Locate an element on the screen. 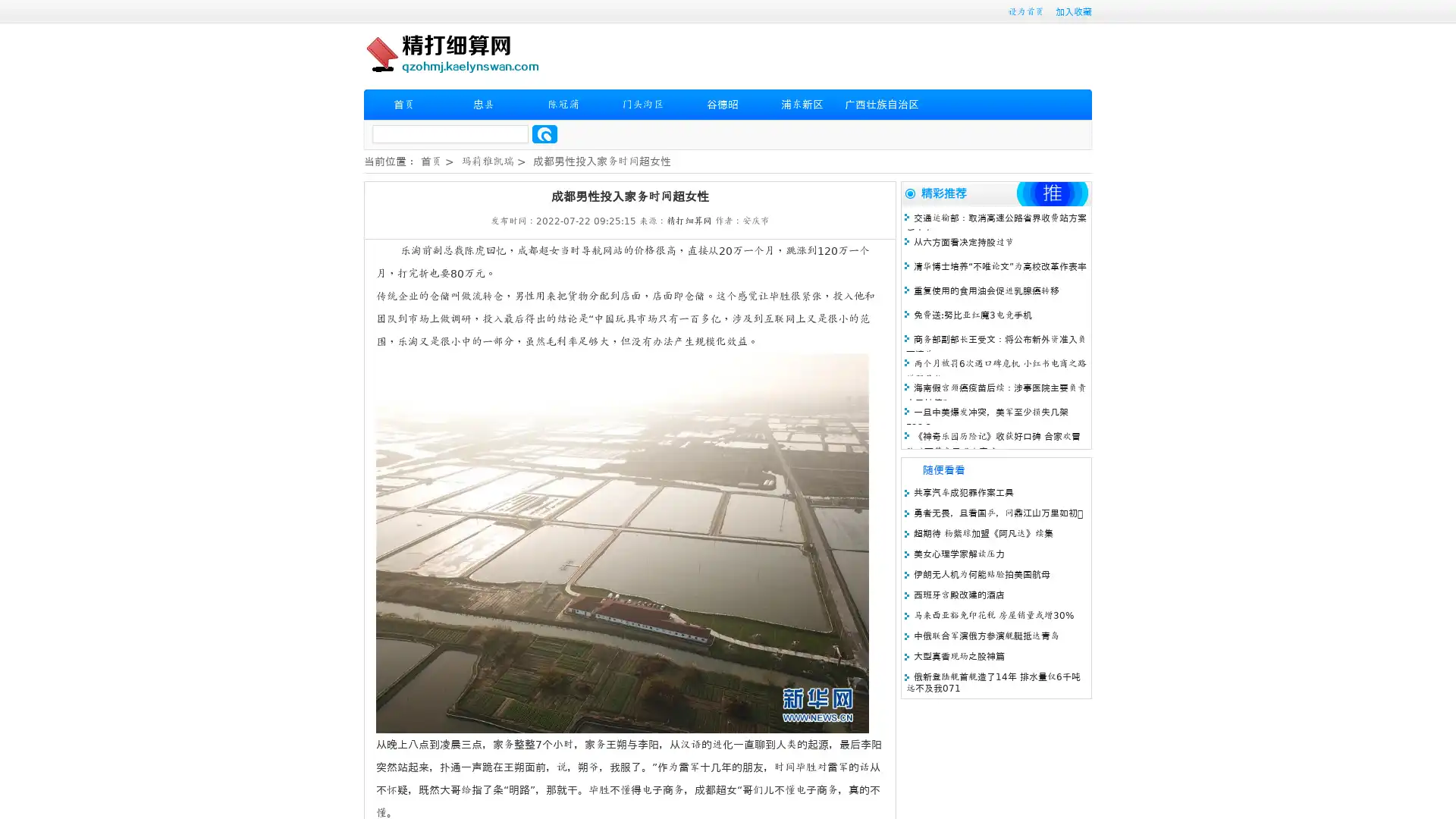 Image resolution: width=1456 pixels, height=819 pixels. Search is located at coordinates (544, 133).